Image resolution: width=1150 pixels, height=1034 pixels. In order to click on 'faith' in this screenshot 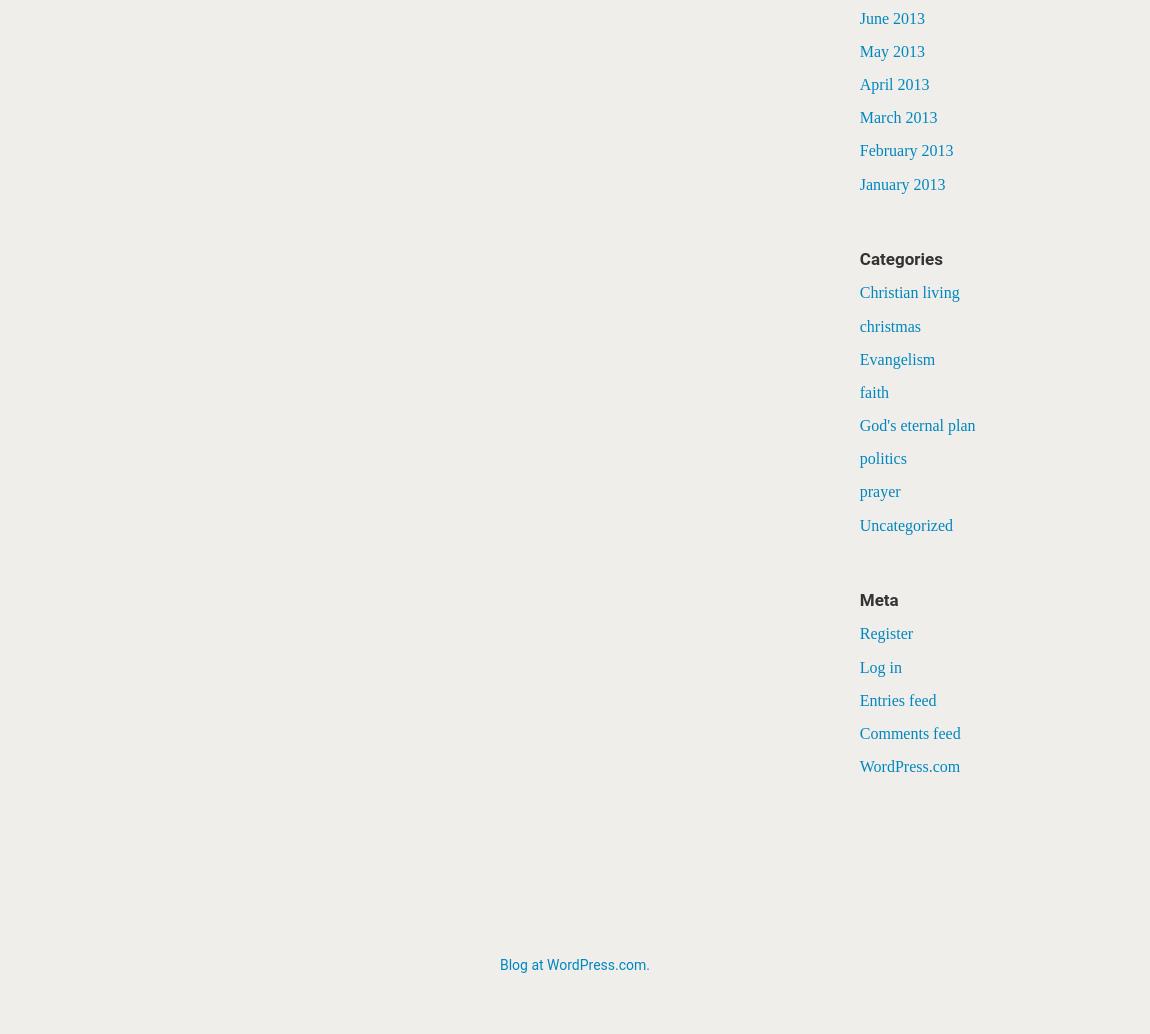, I will do `click(874, 390)`.